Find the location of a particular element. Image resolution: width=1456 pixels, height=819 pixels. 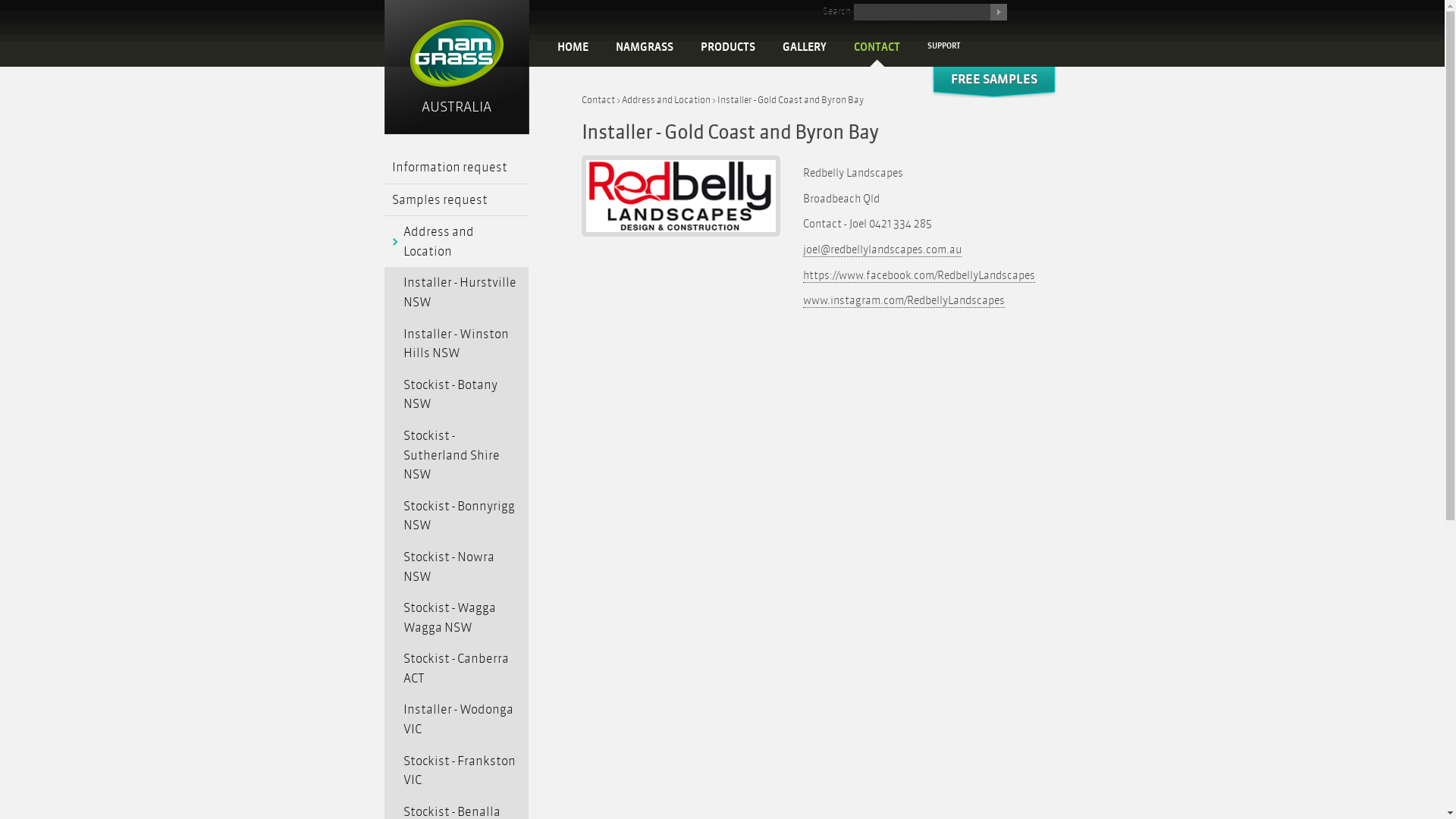

'Search' is located at coordinates (998, 11).